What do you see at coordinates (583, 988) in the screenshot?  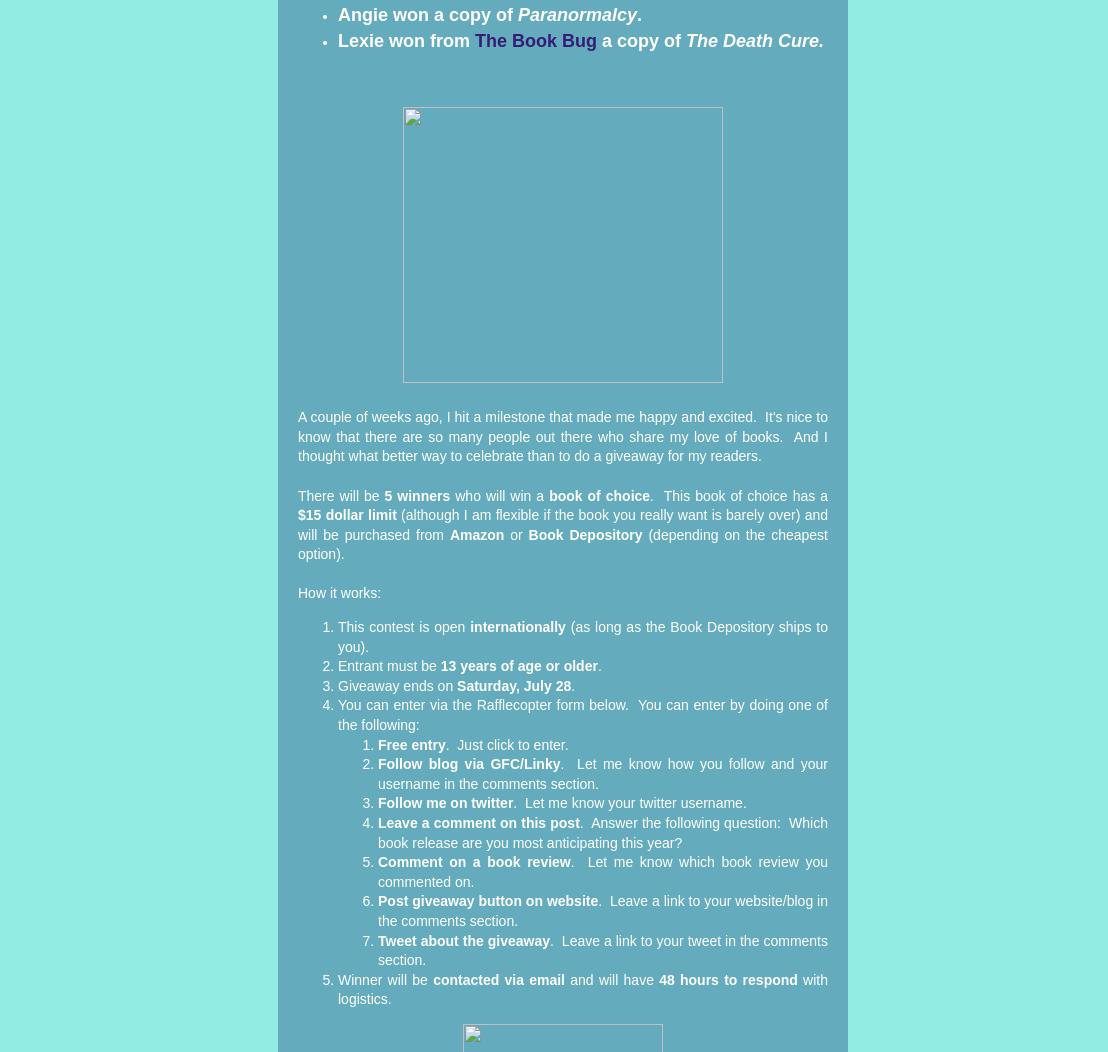 I see `'with logistics.'` at bounding box center [583, 988].